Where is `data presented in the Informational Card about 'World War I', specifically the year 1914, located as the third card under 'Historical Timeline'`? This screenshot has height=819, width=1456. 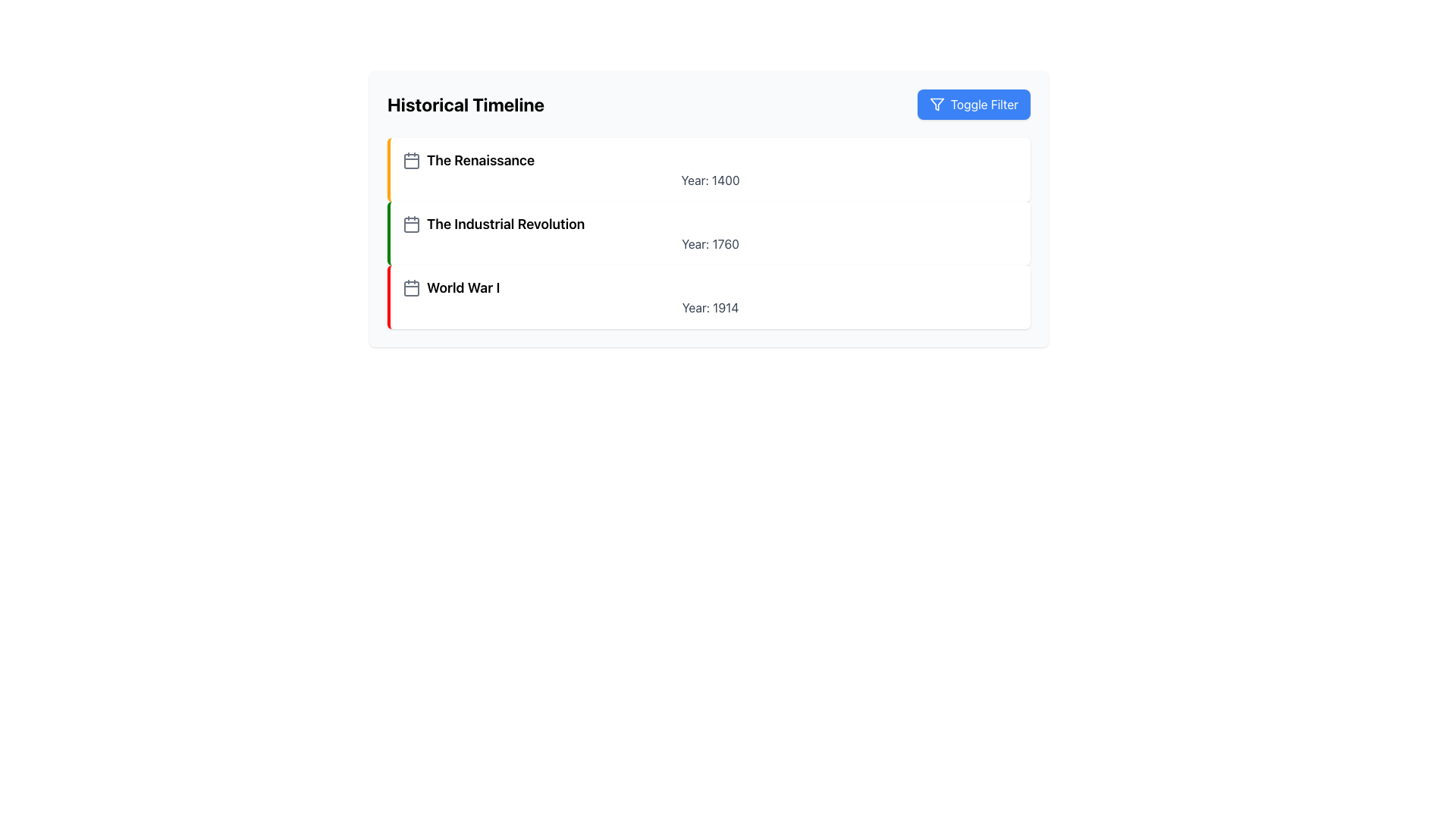
data presented in the Informational Card about 'World War I', specifically the year 1914, located as the third card under 'Historical Timeline' is located at coordinates (708, 297).